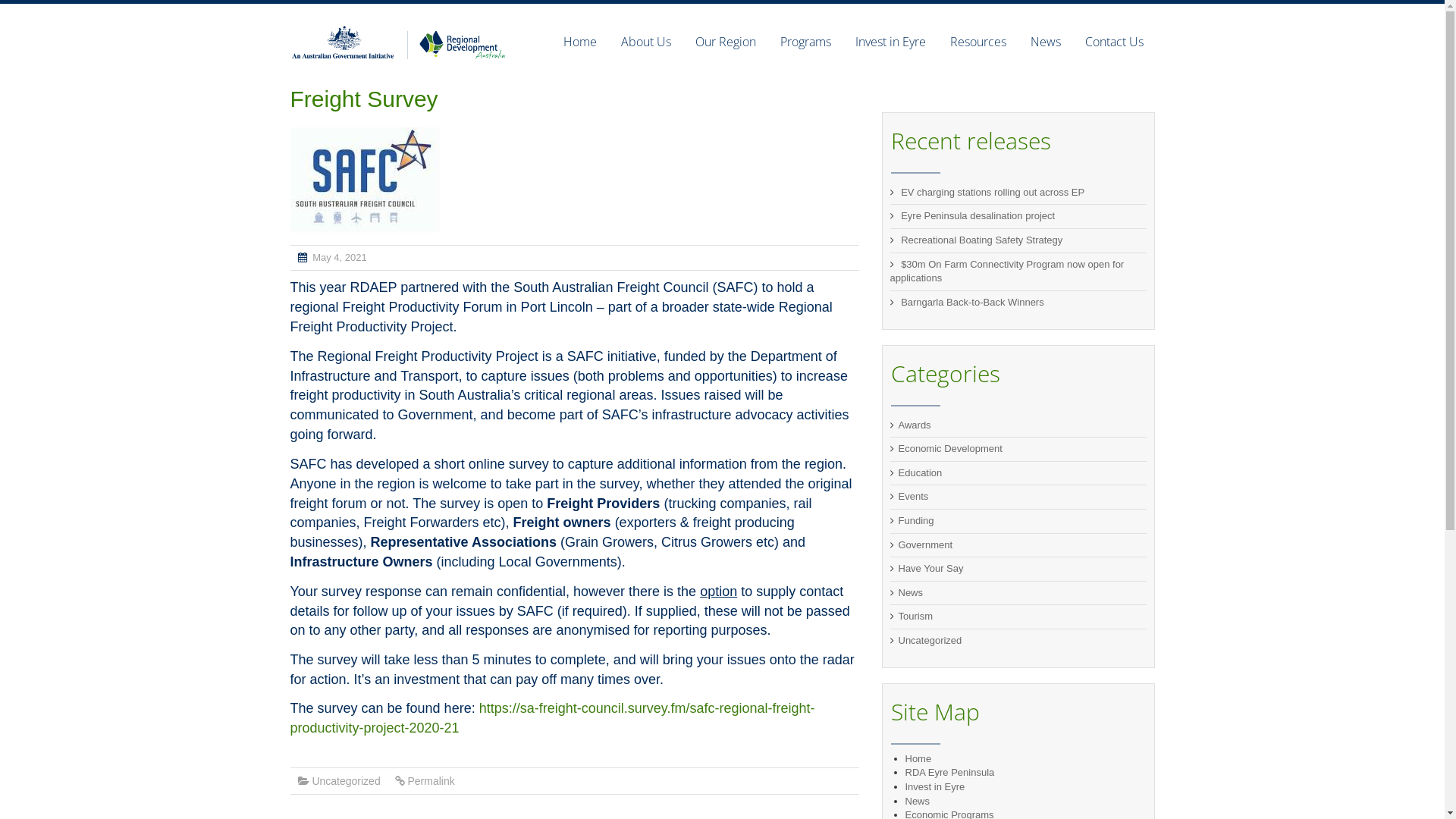 Image resolution: width=1456 pixels, height=819 pixels. What do you see at coordinates (898, 472) in the screenshot?
I see `'Education'` at bounding box center [898, 472].